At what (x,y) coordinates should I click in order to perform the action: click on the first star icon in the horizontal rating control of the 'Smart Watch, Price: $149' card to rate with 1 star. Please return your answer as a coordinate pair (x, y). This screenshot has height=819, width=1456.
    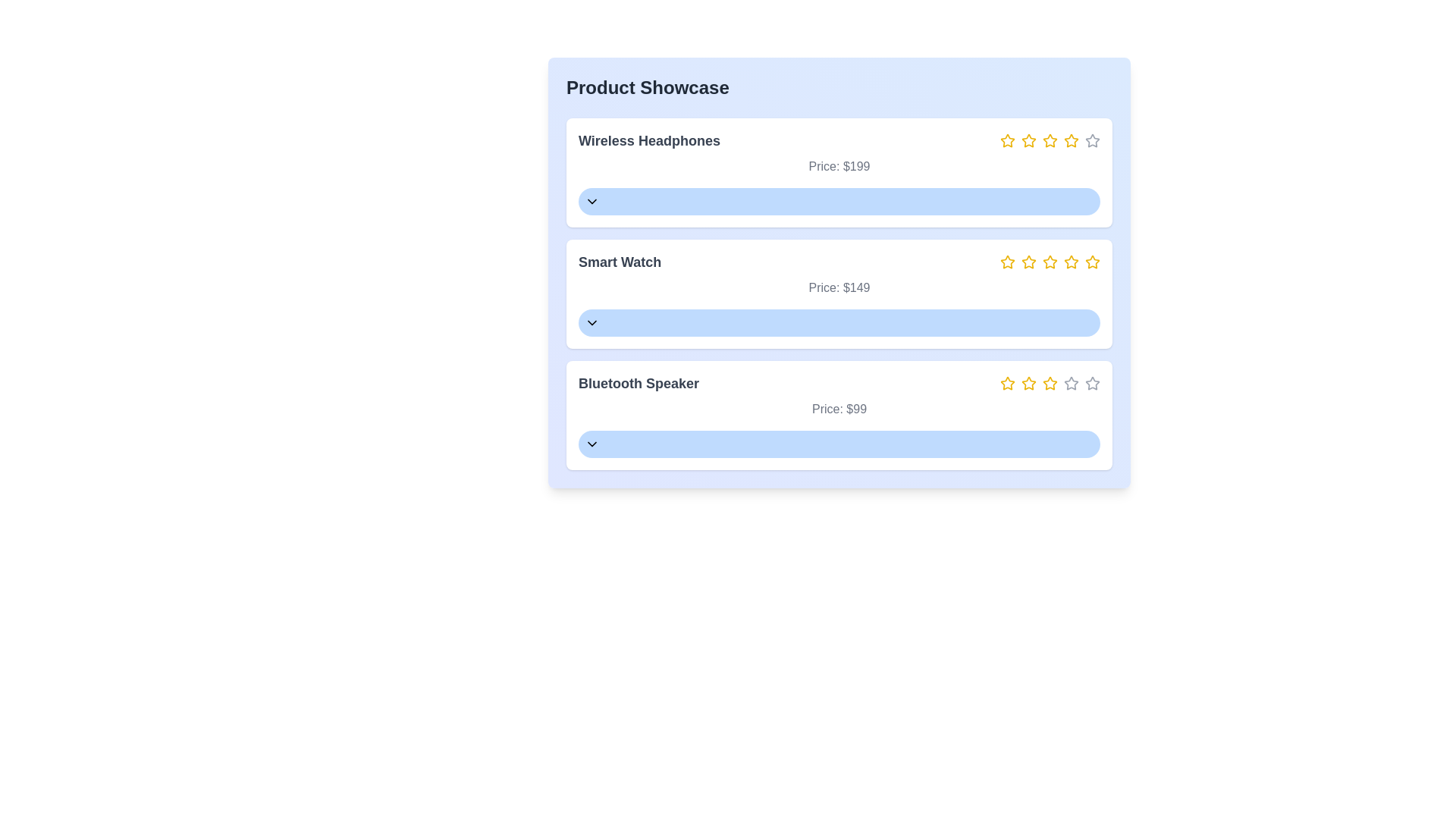
    Looking at the image, I should click on (1008, 262).